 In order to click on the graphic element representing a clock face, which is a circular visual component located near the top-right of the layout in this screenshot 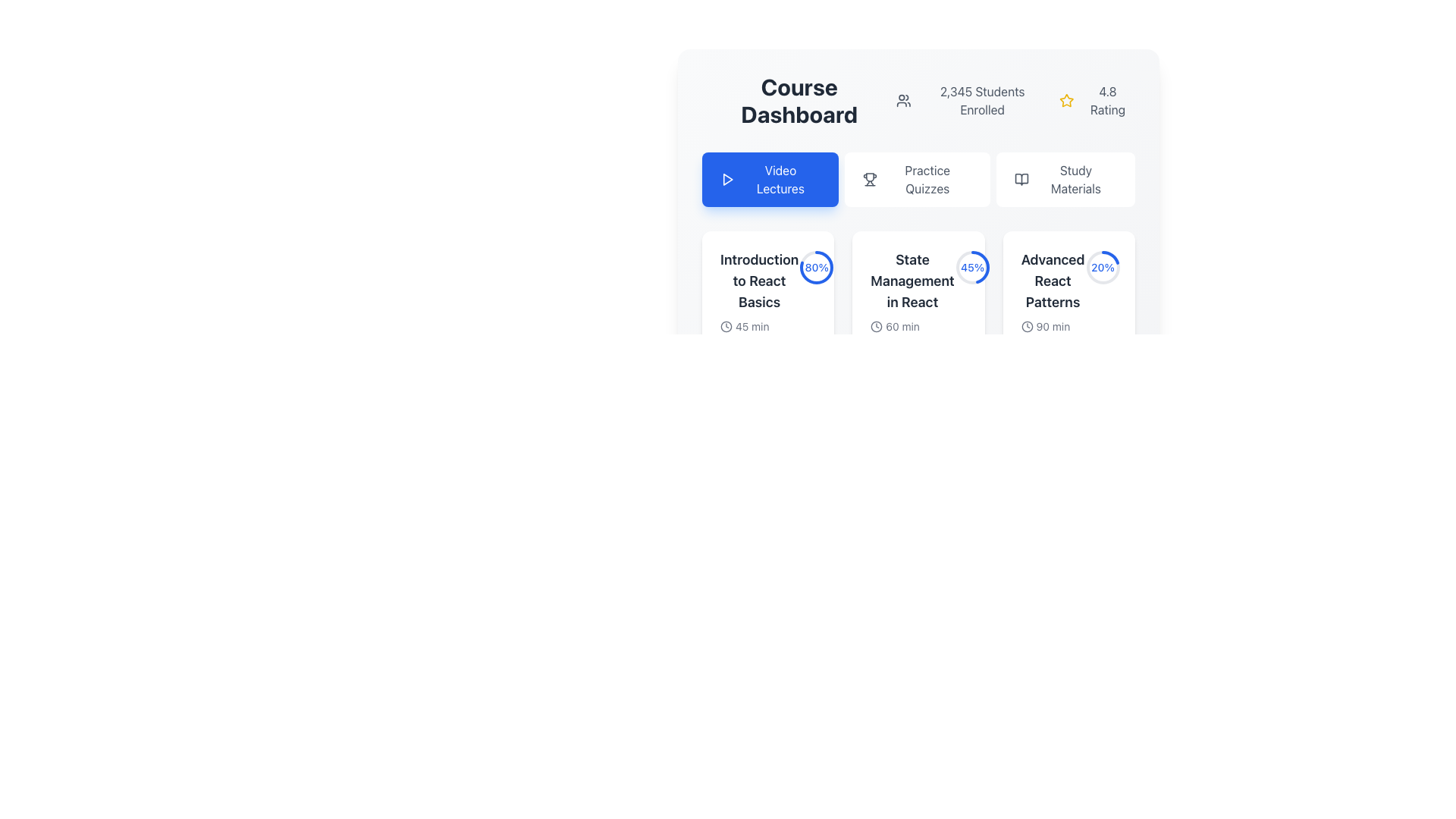, I will do `click(877, 326)`.